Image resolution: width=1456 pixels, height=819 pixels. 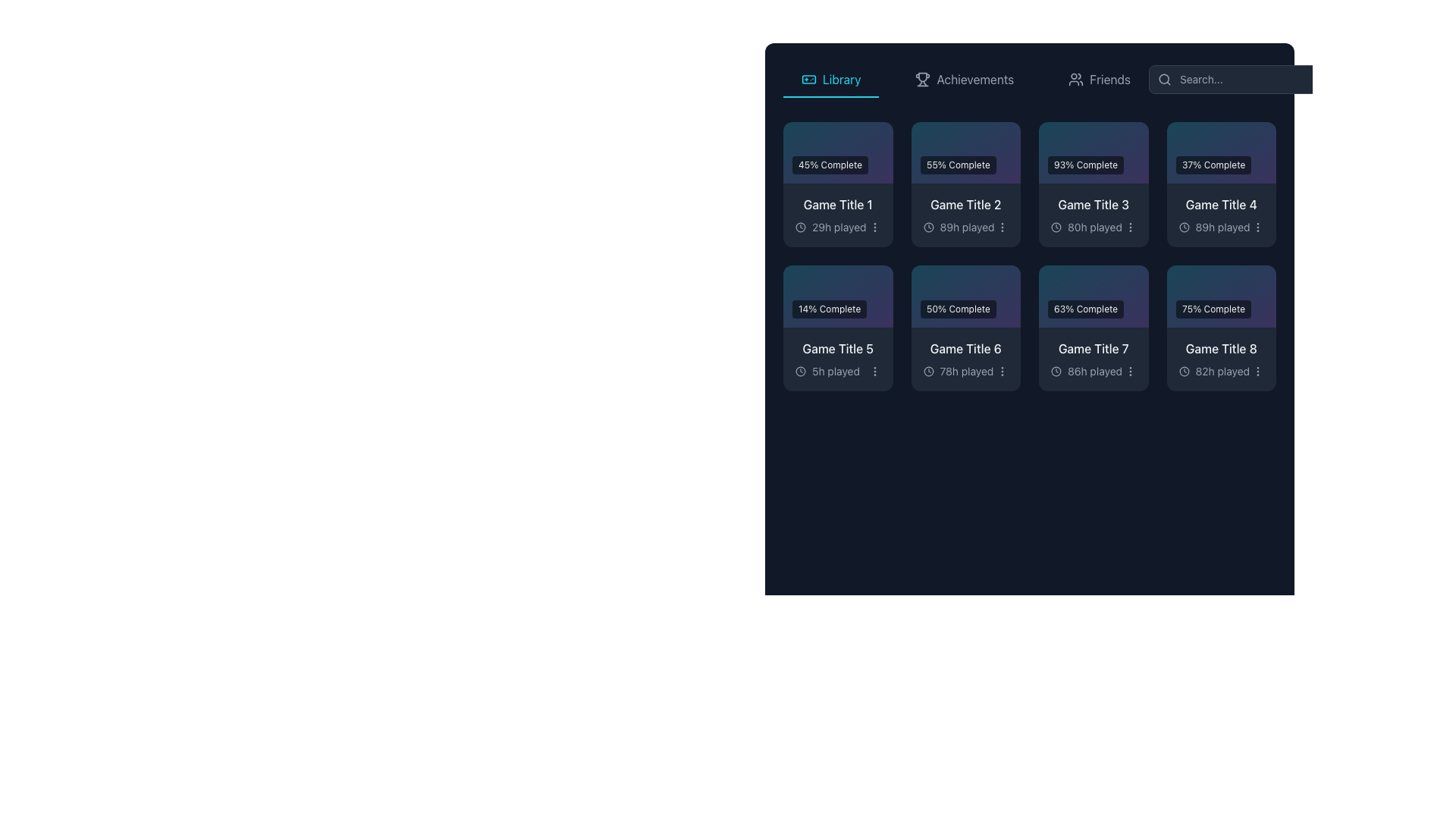 I want to click on the Text label that informs the user about the duration the game has been played, located below the title text within the 'Game Title 3' card, which is distinguished by its header '93% Complete', so click(x=1085, y=227).